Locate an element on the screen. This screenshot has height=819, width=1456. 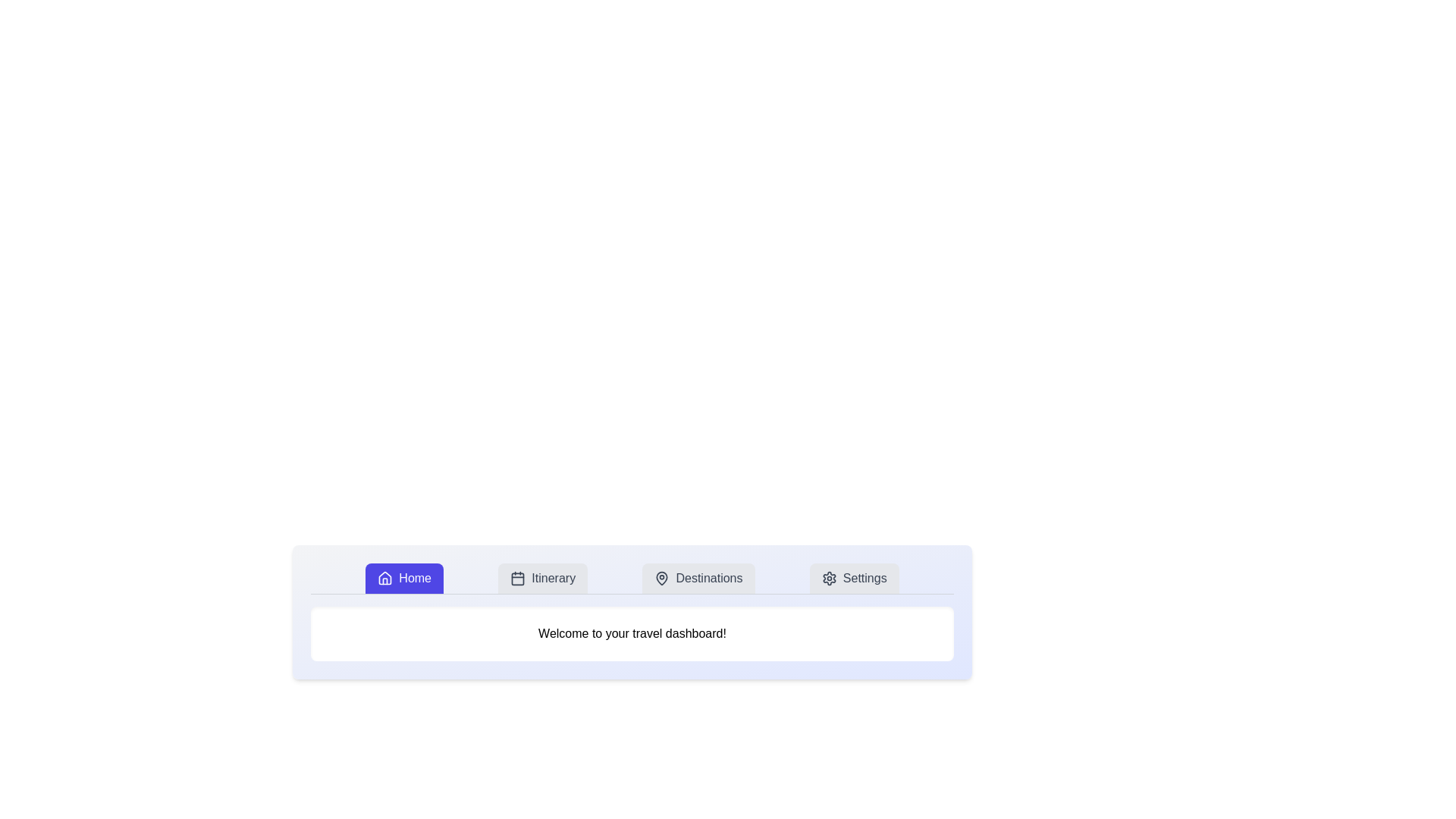
the text display element that shows 'Welcome to your travel dashboard!' which is centered below the navigation bar is located at coordinates (632, 634).